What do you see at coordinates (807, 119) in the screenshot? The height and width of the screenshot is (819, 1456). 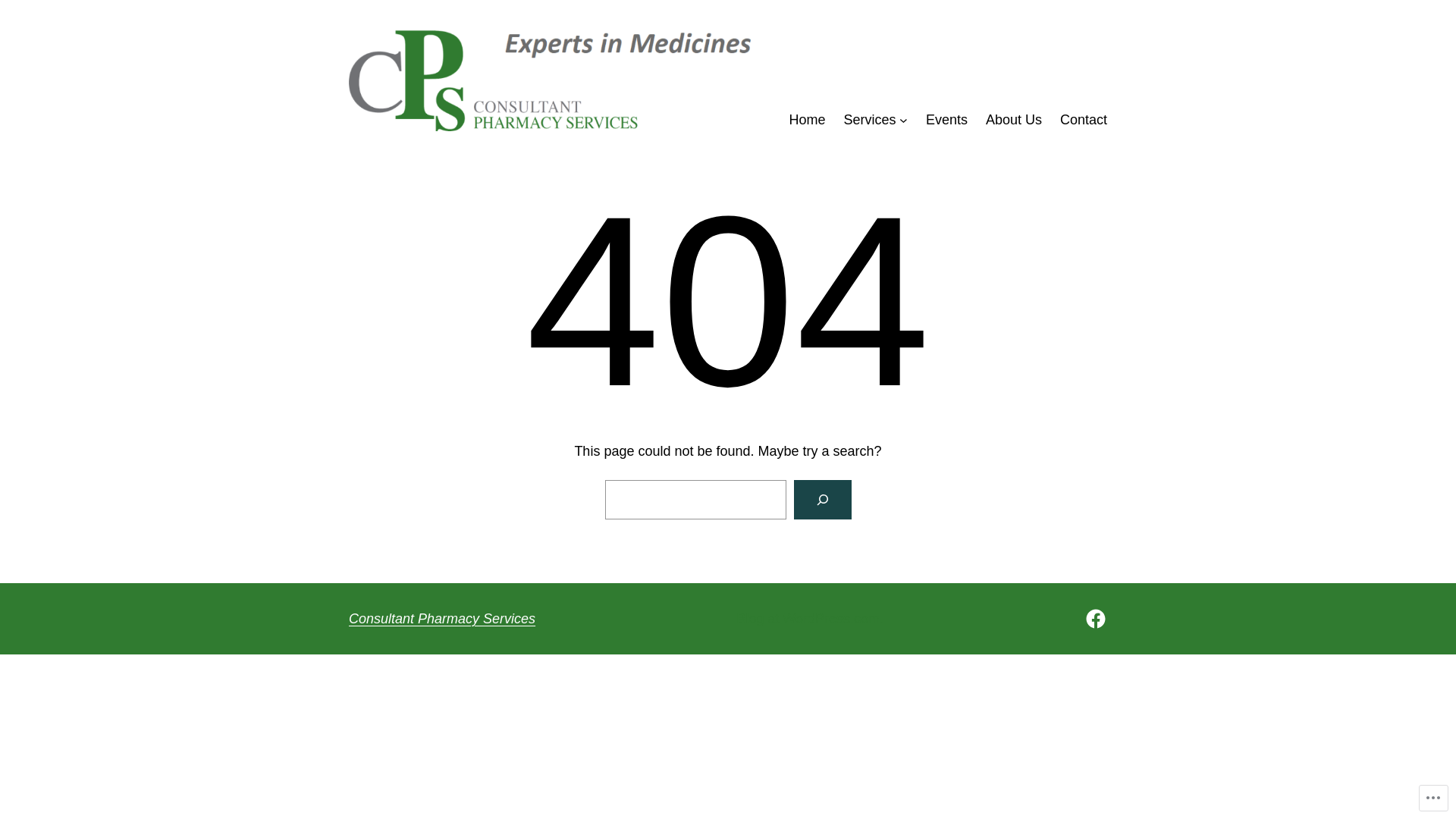 I see `'Home'` at bounding box center [807, 119].